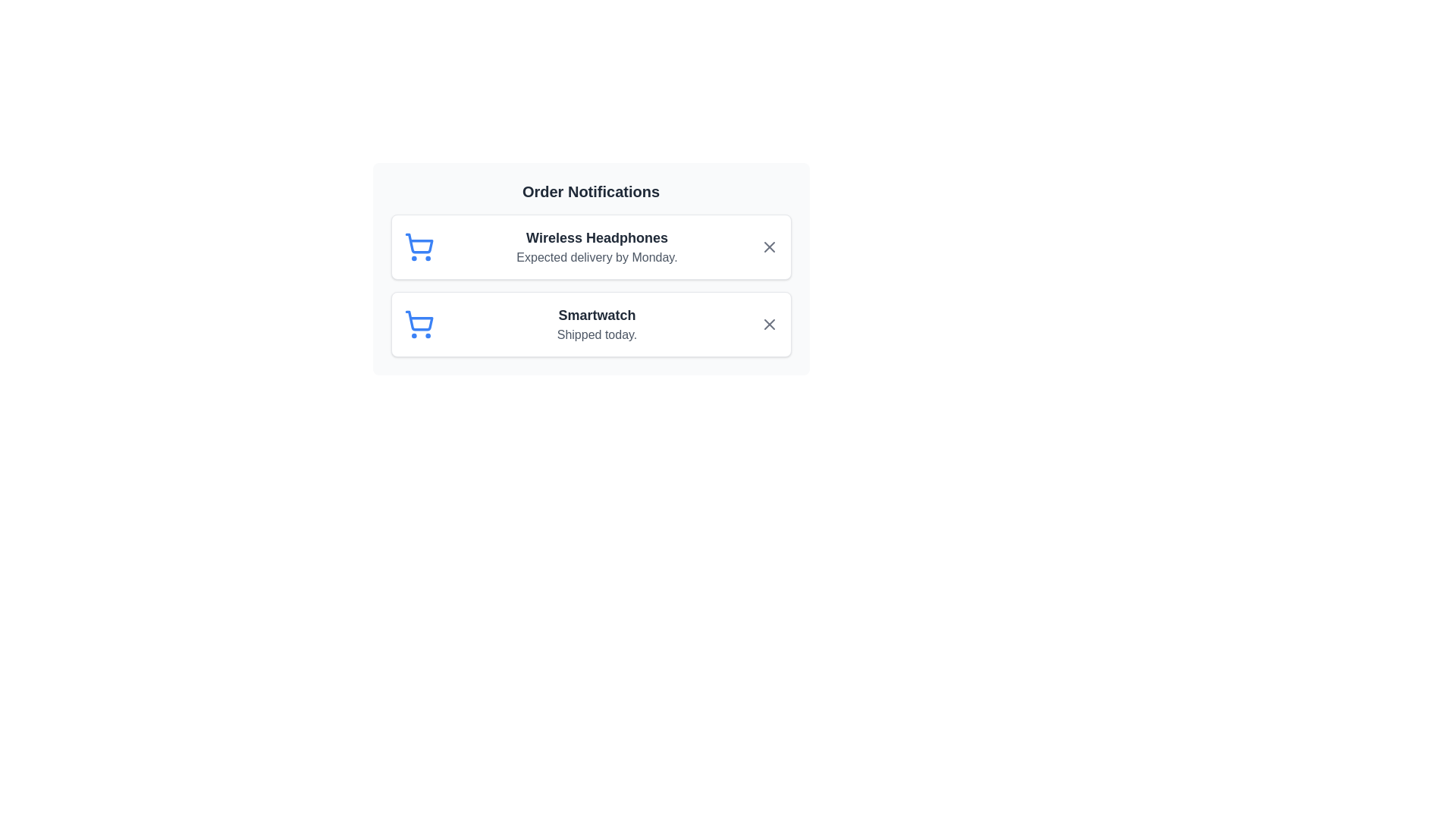 Image resolution: width=1456 pixels, height=819 pixels. Describe the element at coordinates (769, 324) in the screenshot. I see `the close button of the order identified by Smartwatch` at that location.